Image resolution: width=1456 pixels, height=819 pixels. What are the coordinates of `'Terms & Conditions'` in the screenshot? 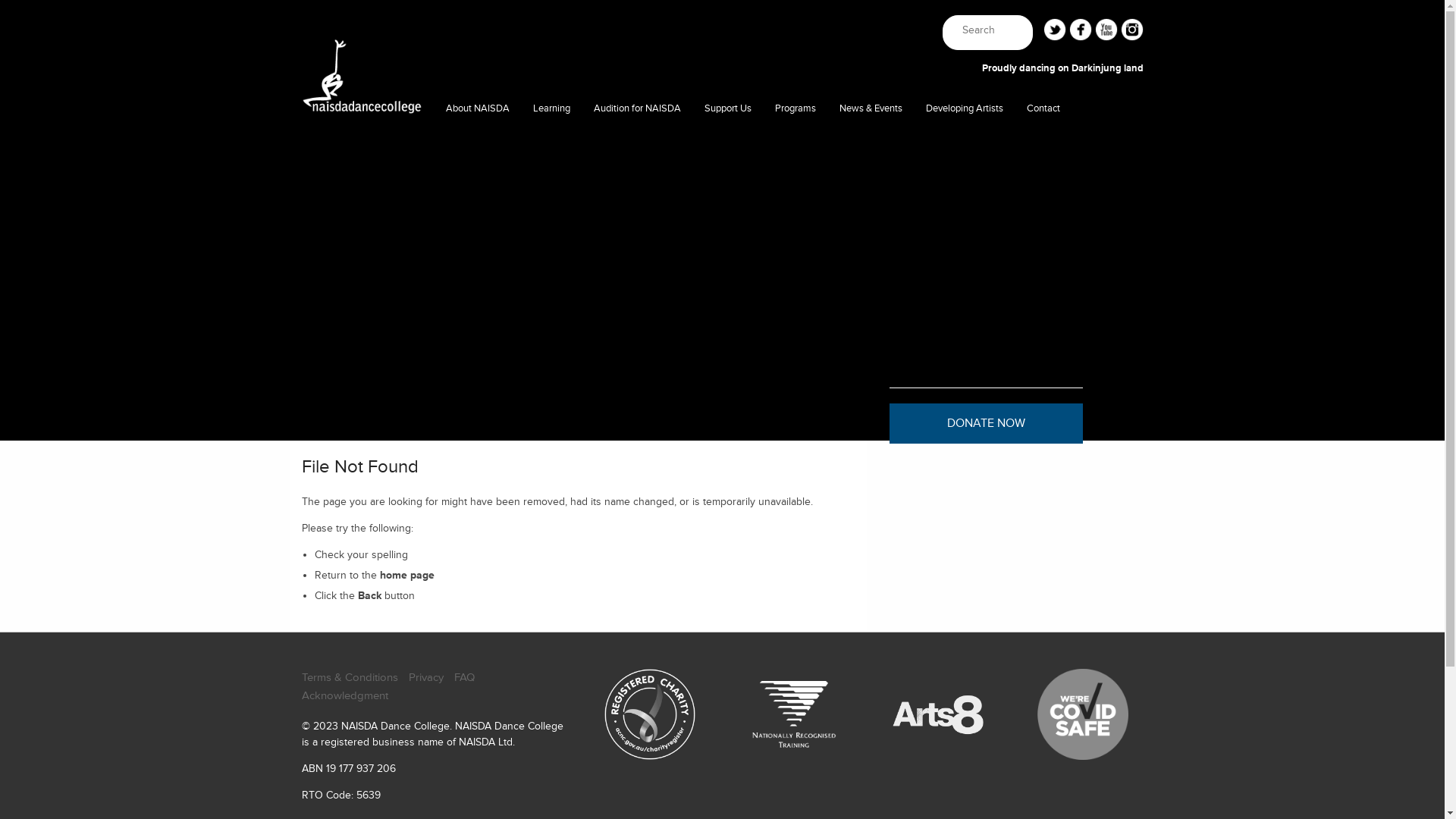 It's located at (302, 677).